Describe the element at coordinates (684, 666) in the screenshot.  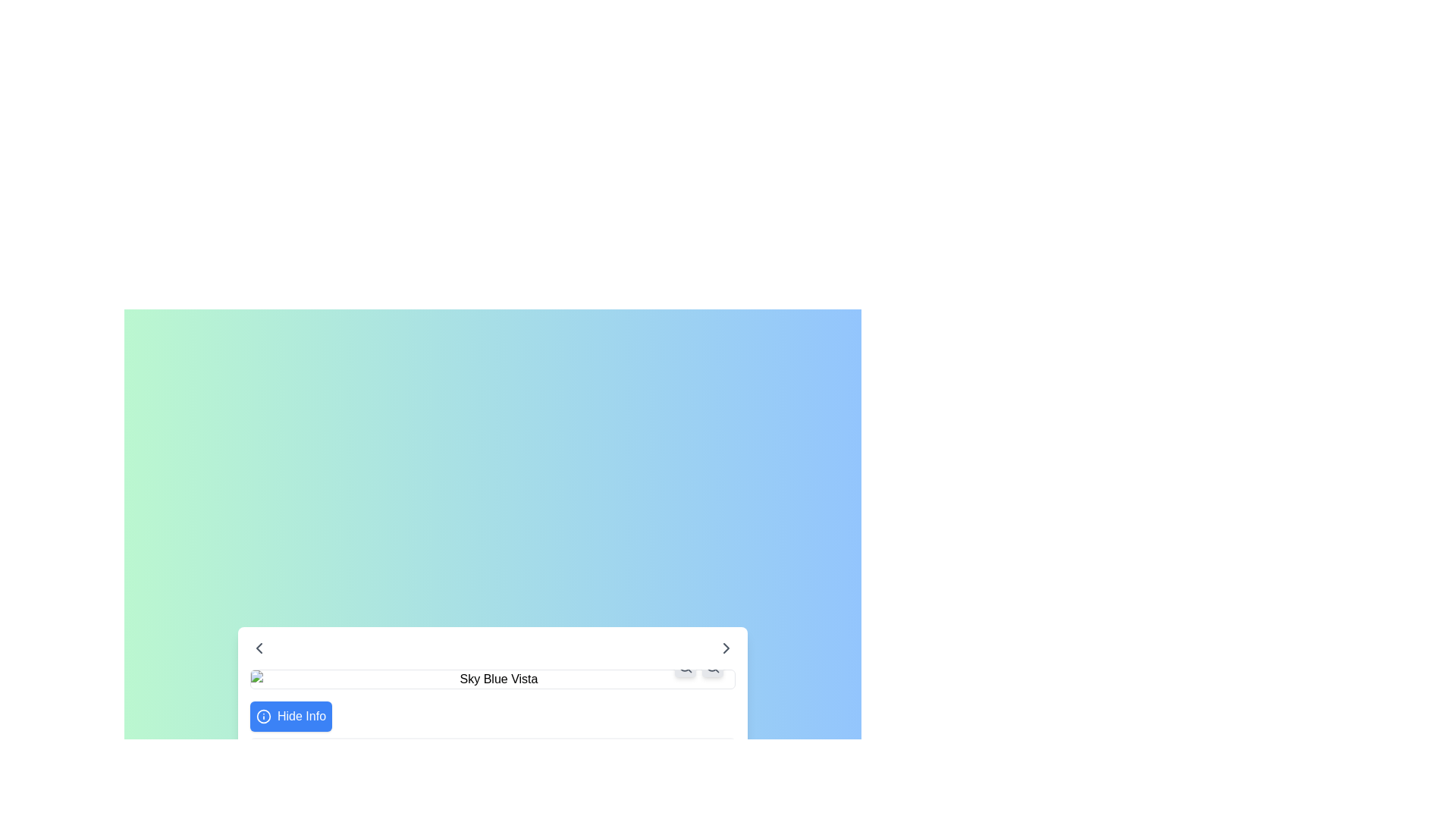
I see `the zoom out button located in the bottom-right section of the interface` at that location.